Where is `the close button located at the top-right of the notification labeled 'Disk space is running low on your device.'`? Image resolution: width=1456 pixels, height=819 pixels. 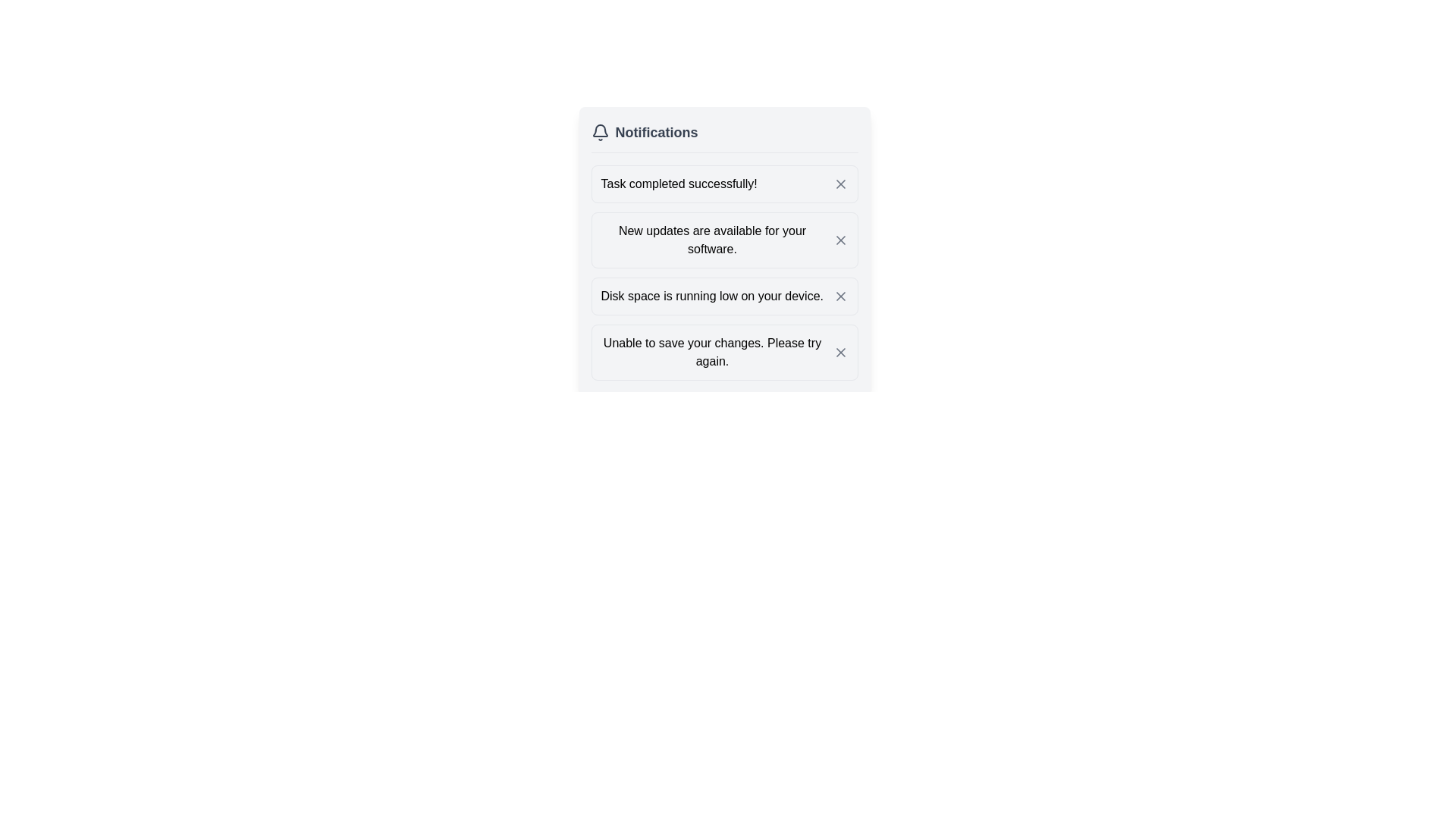
the close button located at the top-right of the notification labeled 'Disk space is running low on your device.' is located at coordinates (839, 296).